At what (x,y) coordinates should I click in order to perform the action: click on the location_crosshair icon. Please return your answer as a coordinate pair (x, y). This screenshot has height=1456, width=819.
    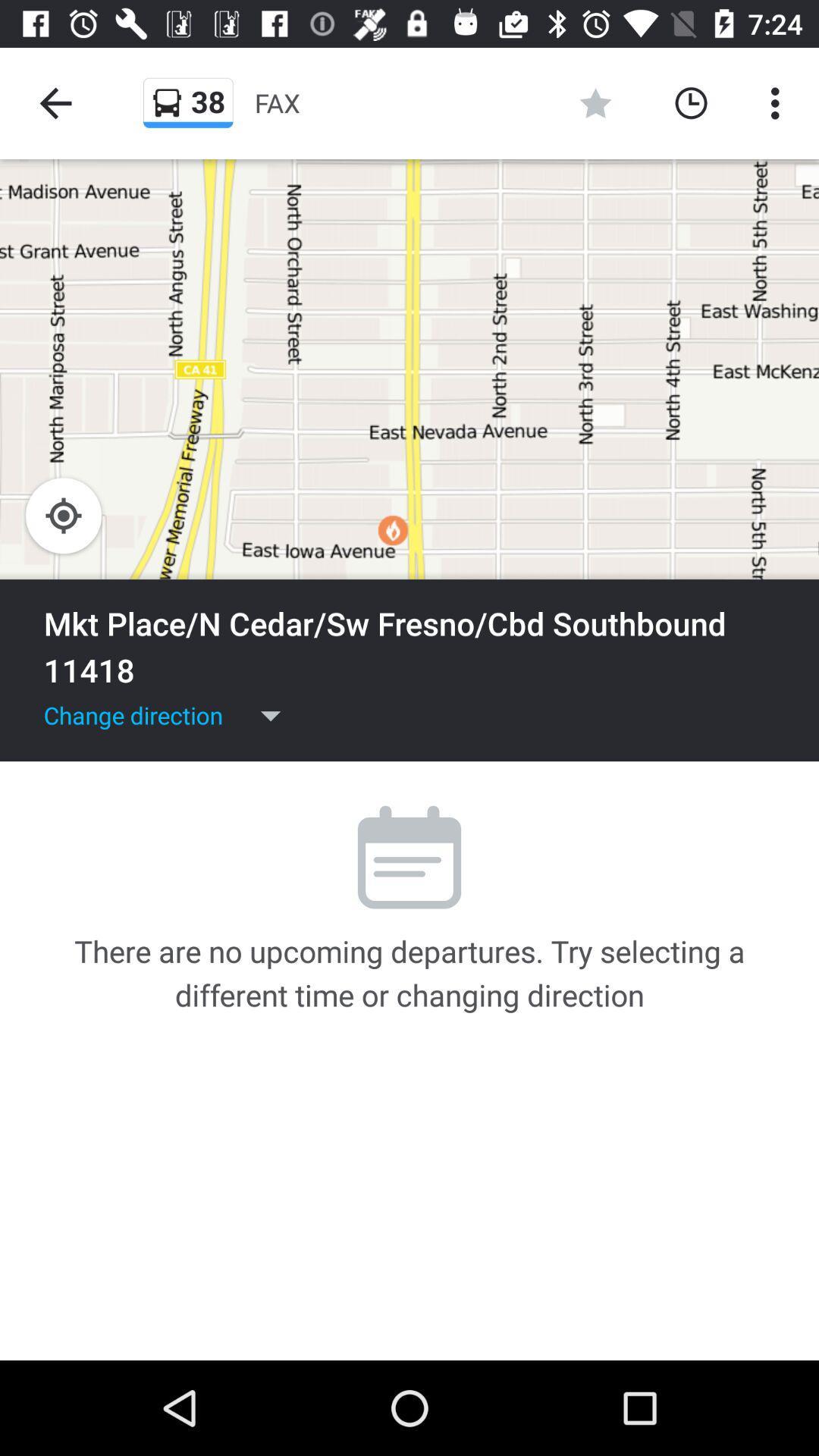
    Looking at the image, I should click on (63, 516).